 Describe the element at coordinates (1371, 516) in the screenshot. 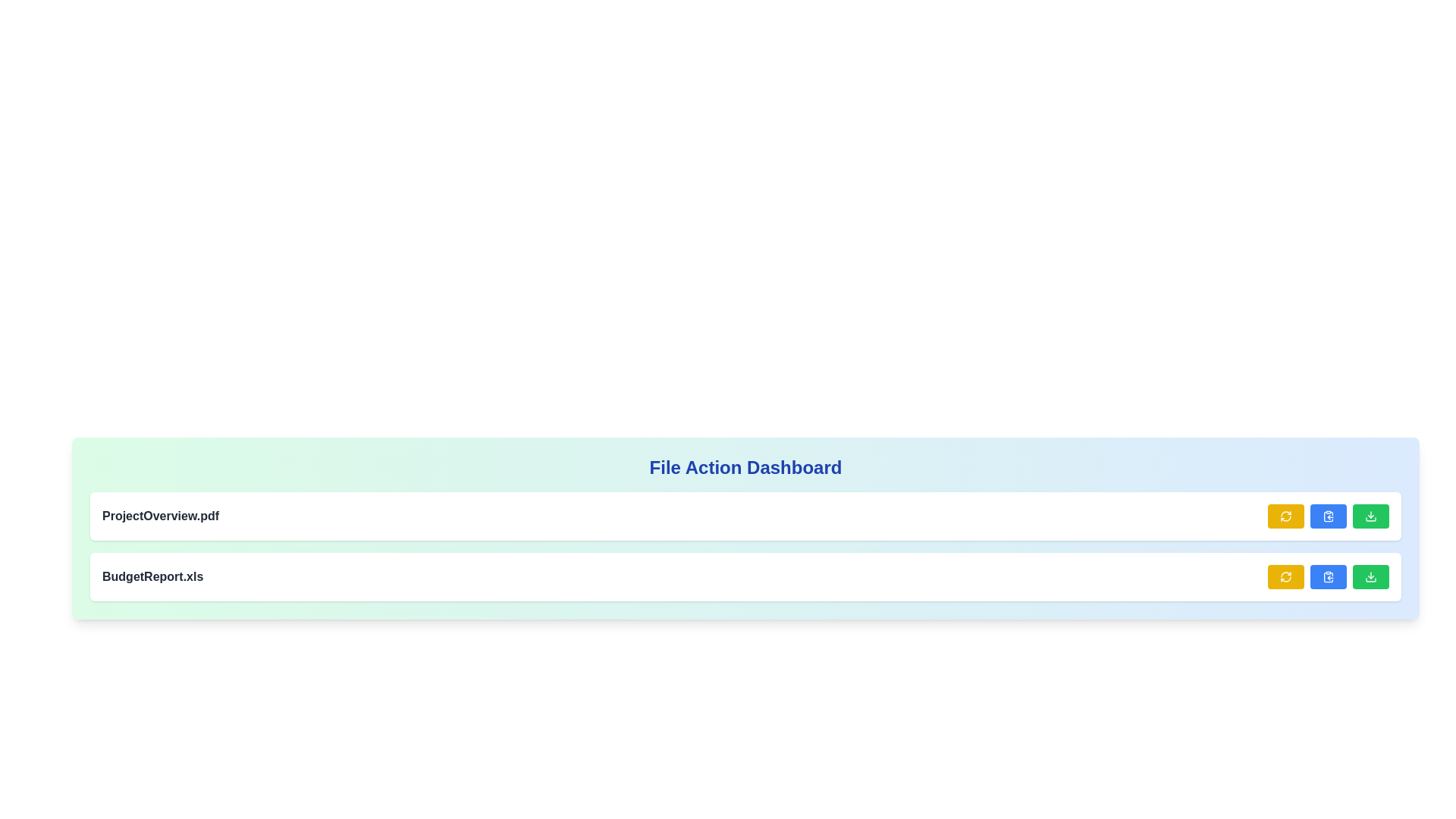

I see `the Icon button located in the second file entry row on the far right to initiate the download of the associated file` at that location.